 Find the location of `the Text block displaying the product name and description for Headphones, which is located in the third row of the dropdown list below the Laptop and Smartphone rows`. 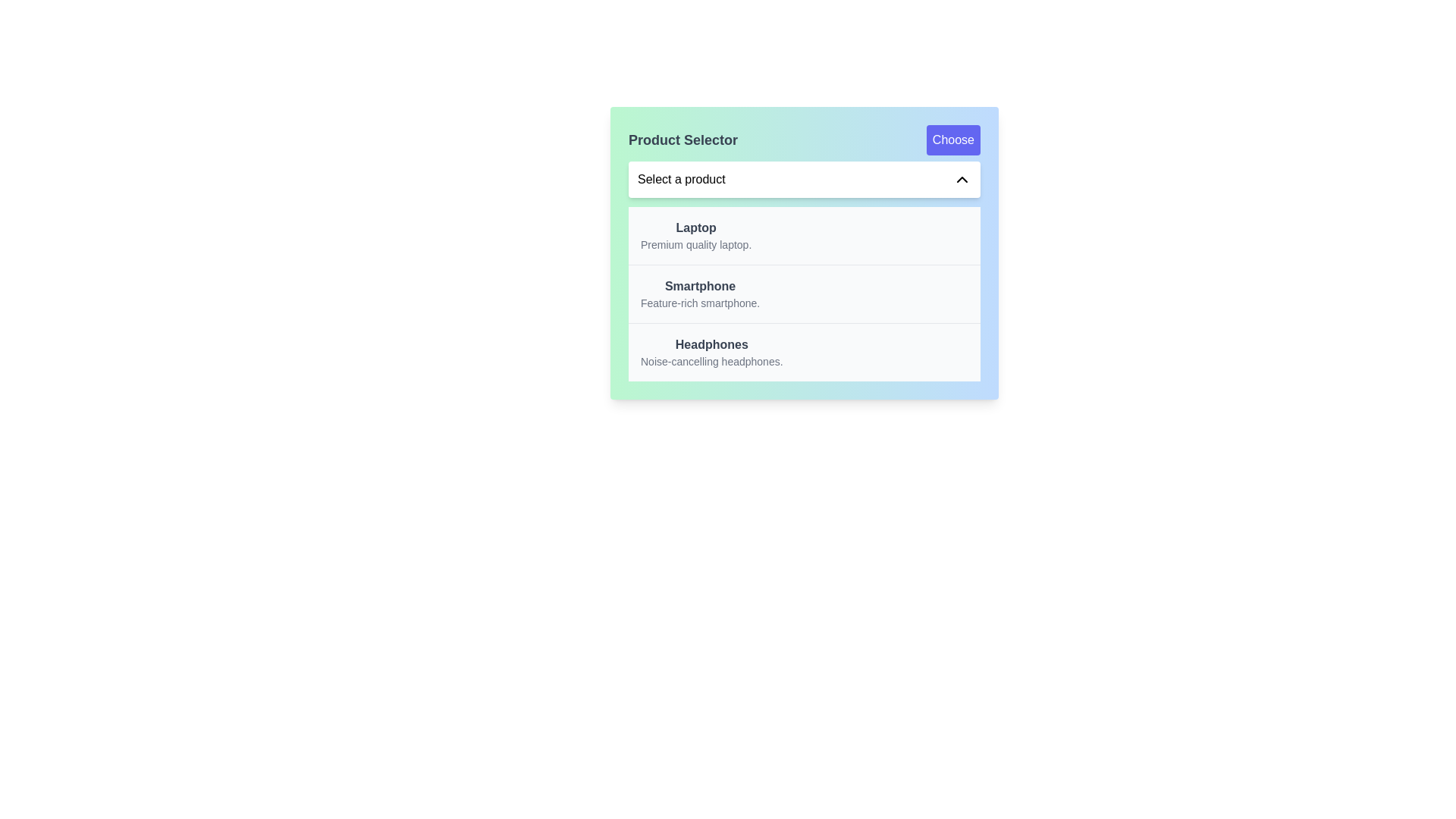

the Text block displaying the product name and description for Headphones, which is located in the third row of the dropdown list below the Laptop and Smartphone rows is located at coordinates (711, 353).